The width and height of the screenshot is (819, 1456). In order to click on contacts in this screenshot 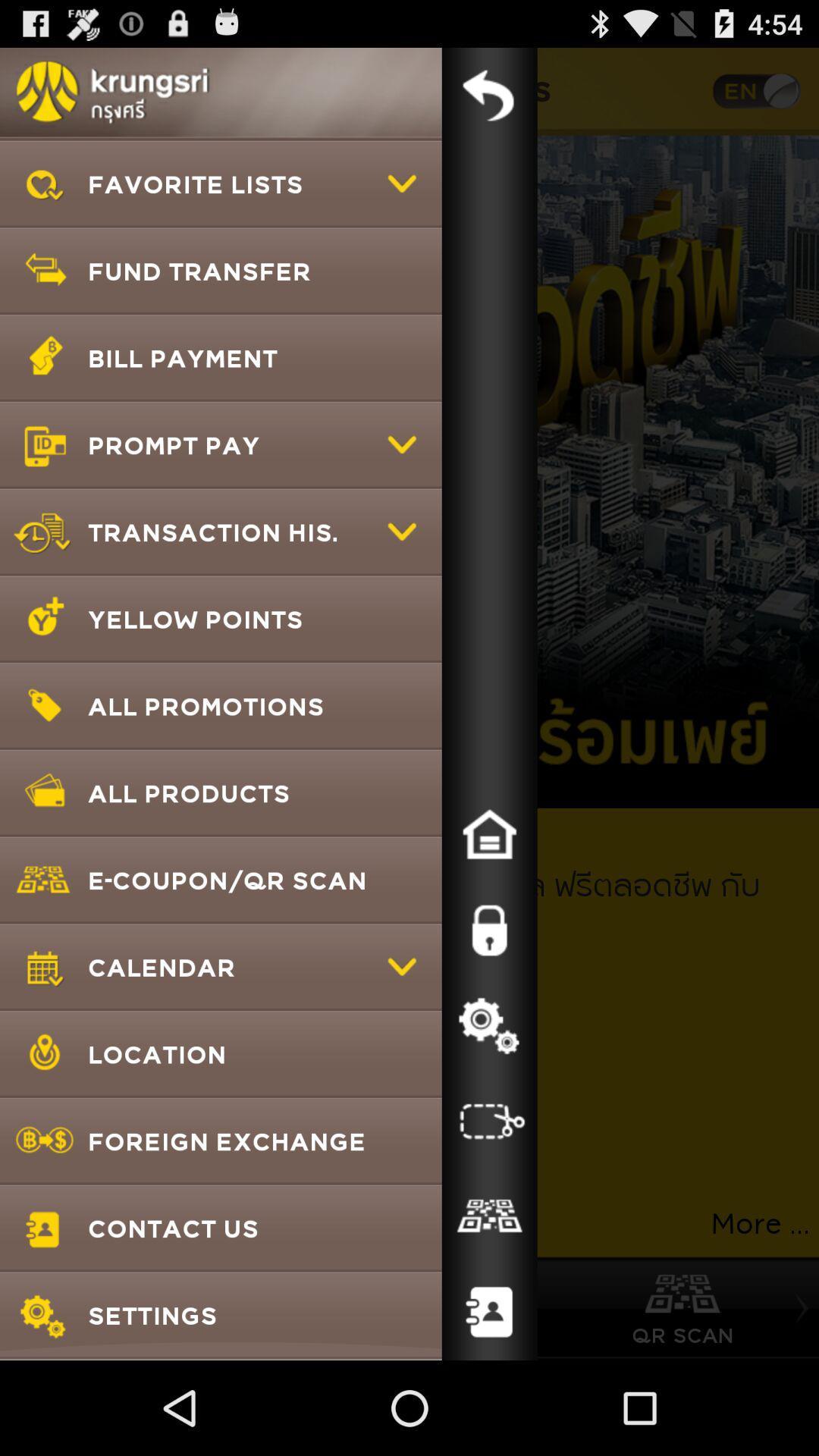, I will do `click(489, 1312)`.